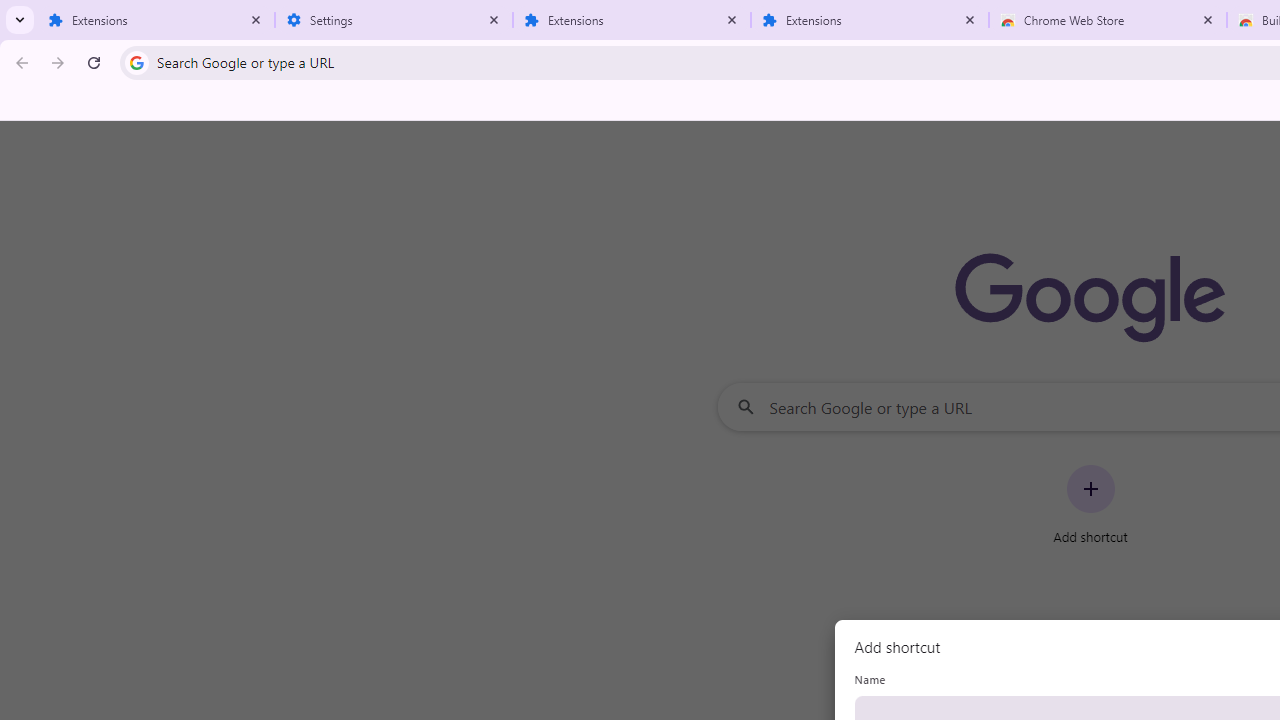 Image resolution: width=1280 pixels, height=720 pixels. I want to click on 'Extensions', so click(155, 20).